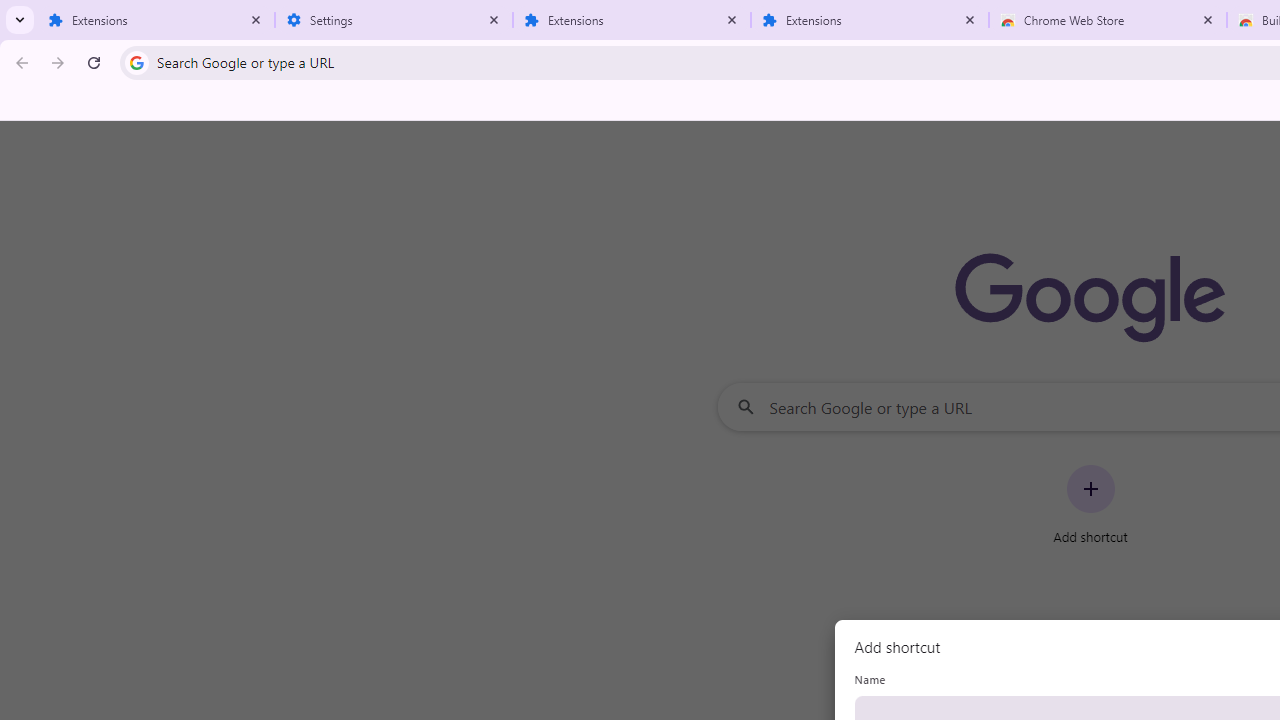 Image resolution: width=1280 pixels, height=720 pixels. I want to click on 'Extensions', so click(155, 20).